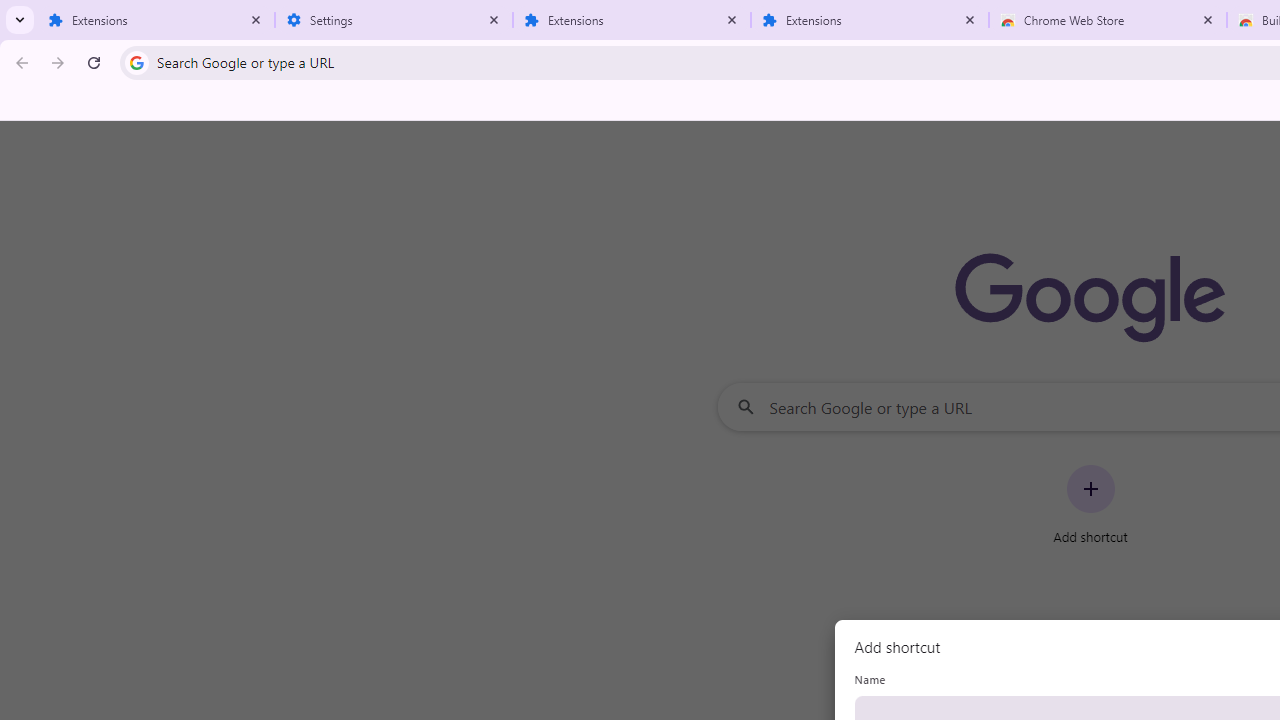 Image resolution: width=1280 pixels, height=720 pixels. I want to click on 'Extensions', so click(155, 20).